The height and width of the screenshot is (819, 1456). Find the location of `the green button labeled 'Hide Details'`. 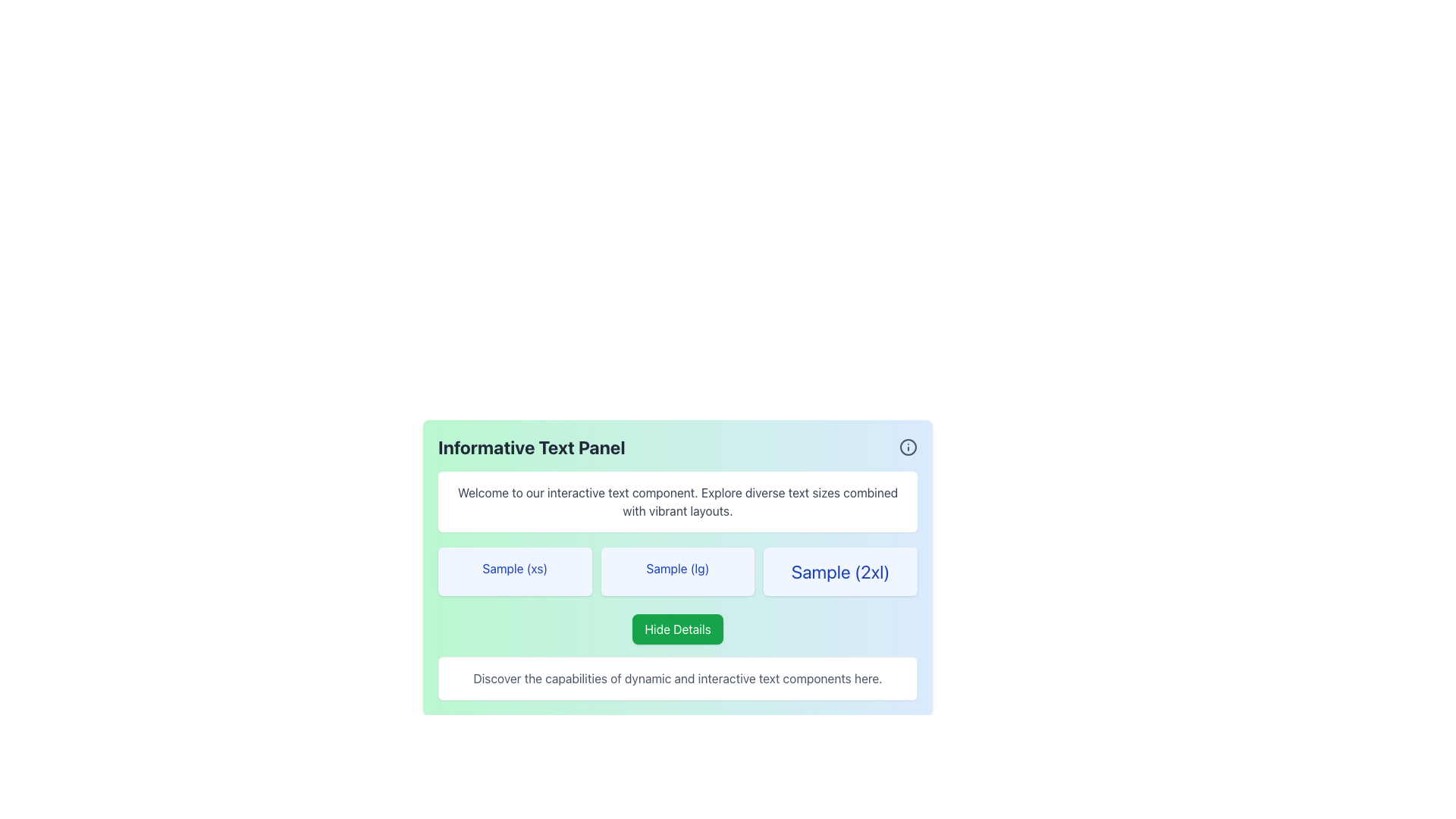

the green button labeled 'Hide Details' is located at coordinates (676, 629).